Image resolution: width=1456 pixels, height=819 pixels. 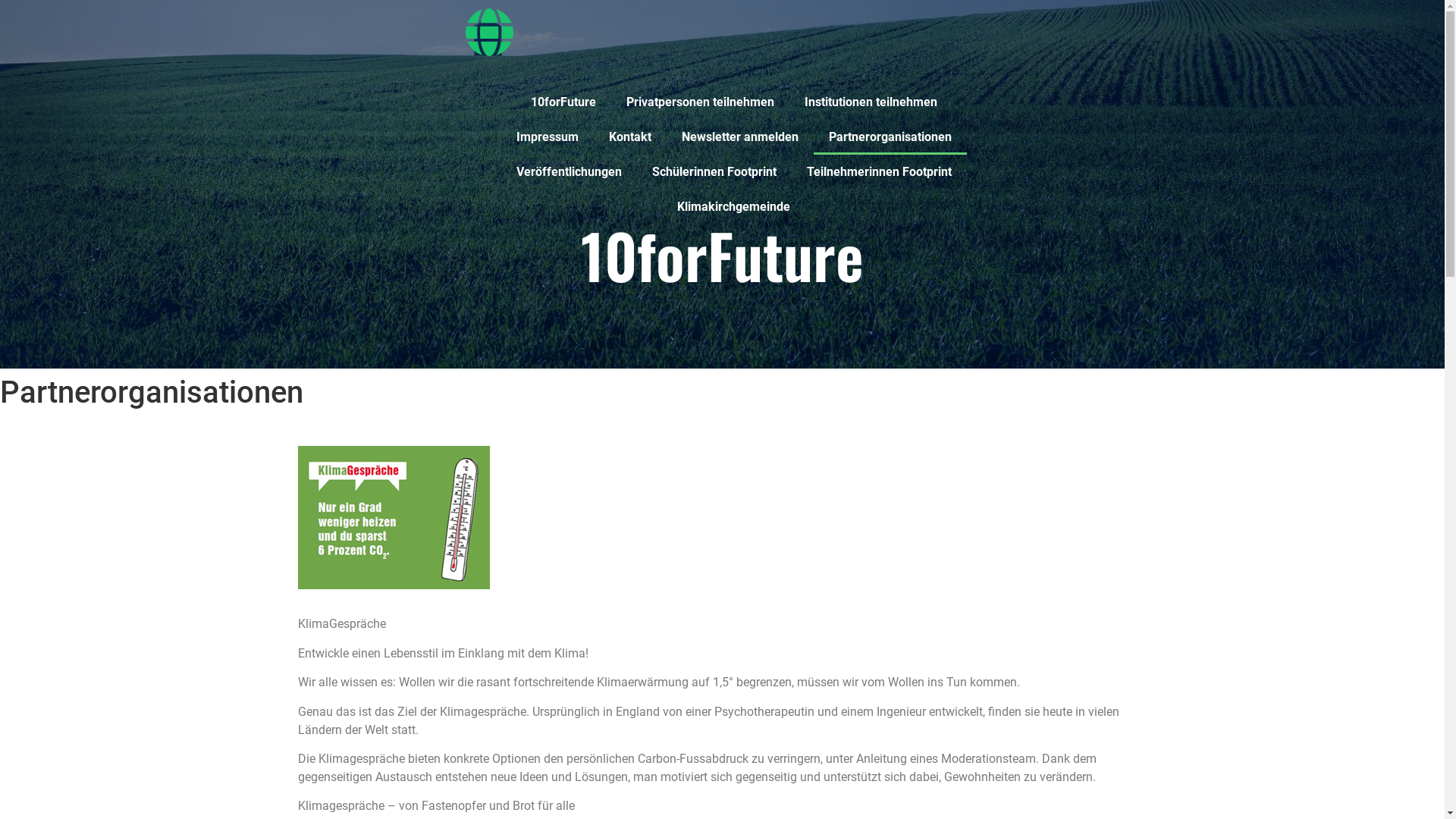 I want to click on 'Klimakirchgemeinde', so click(x=733, y=207).